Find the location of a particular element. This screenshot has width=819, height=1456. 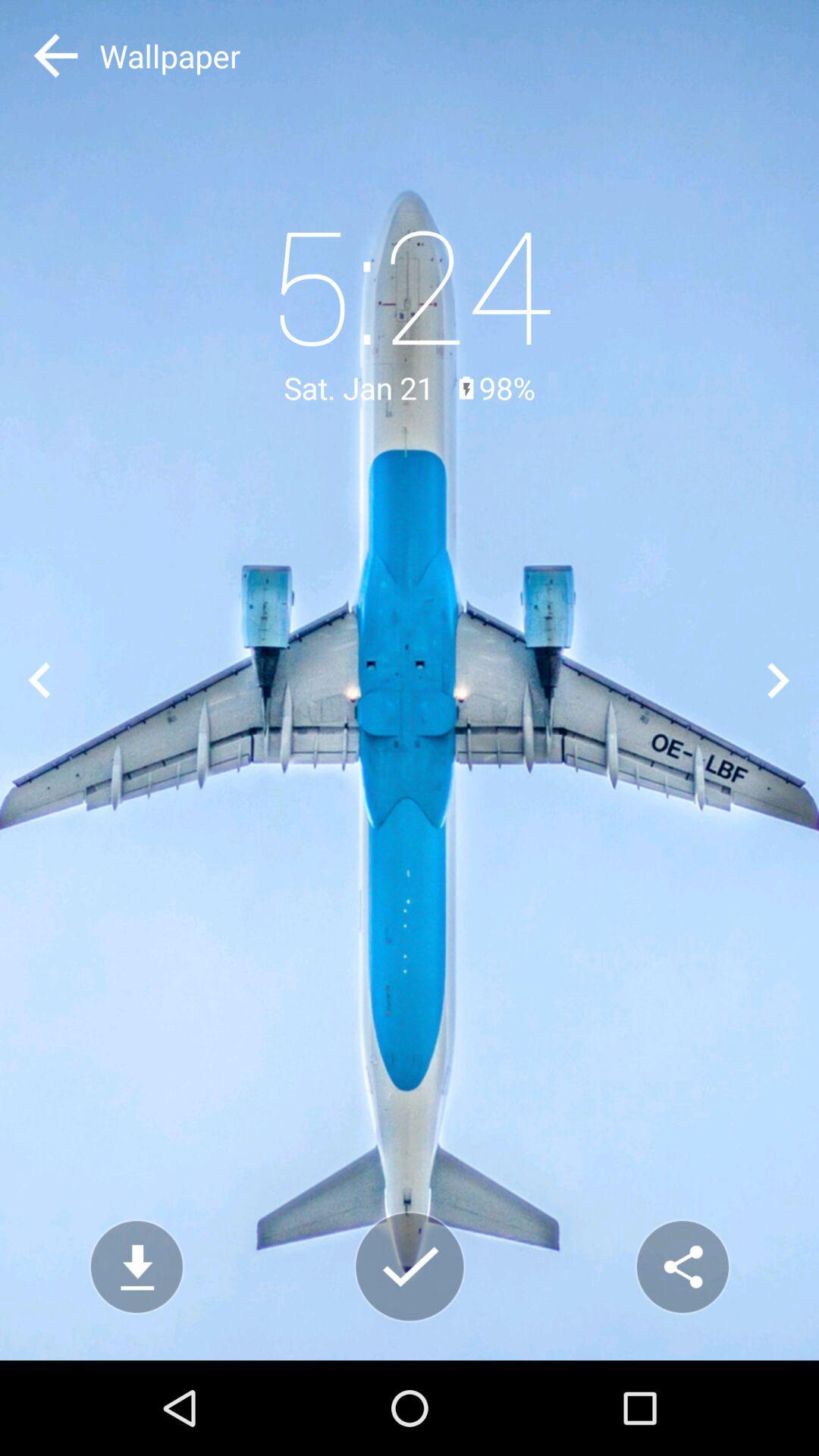

navigate to the right is located at coordinates (779, 679).